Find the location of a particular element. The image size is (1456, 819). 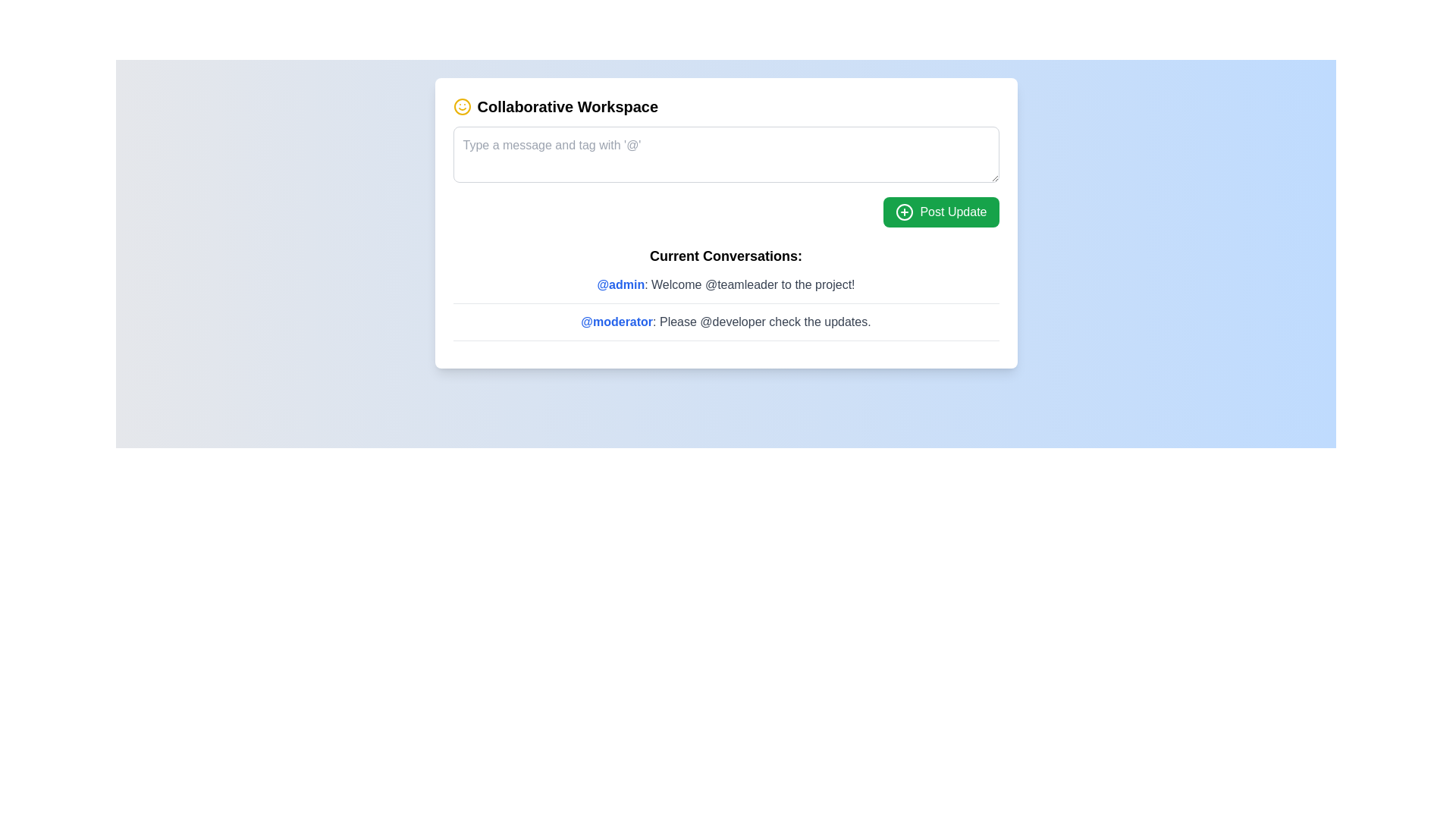

the message directed to '@teamleader' in the chat notification authored by '@admin', which is the first line in the 'Current Conversations' section is located at coordinates (725, 284).